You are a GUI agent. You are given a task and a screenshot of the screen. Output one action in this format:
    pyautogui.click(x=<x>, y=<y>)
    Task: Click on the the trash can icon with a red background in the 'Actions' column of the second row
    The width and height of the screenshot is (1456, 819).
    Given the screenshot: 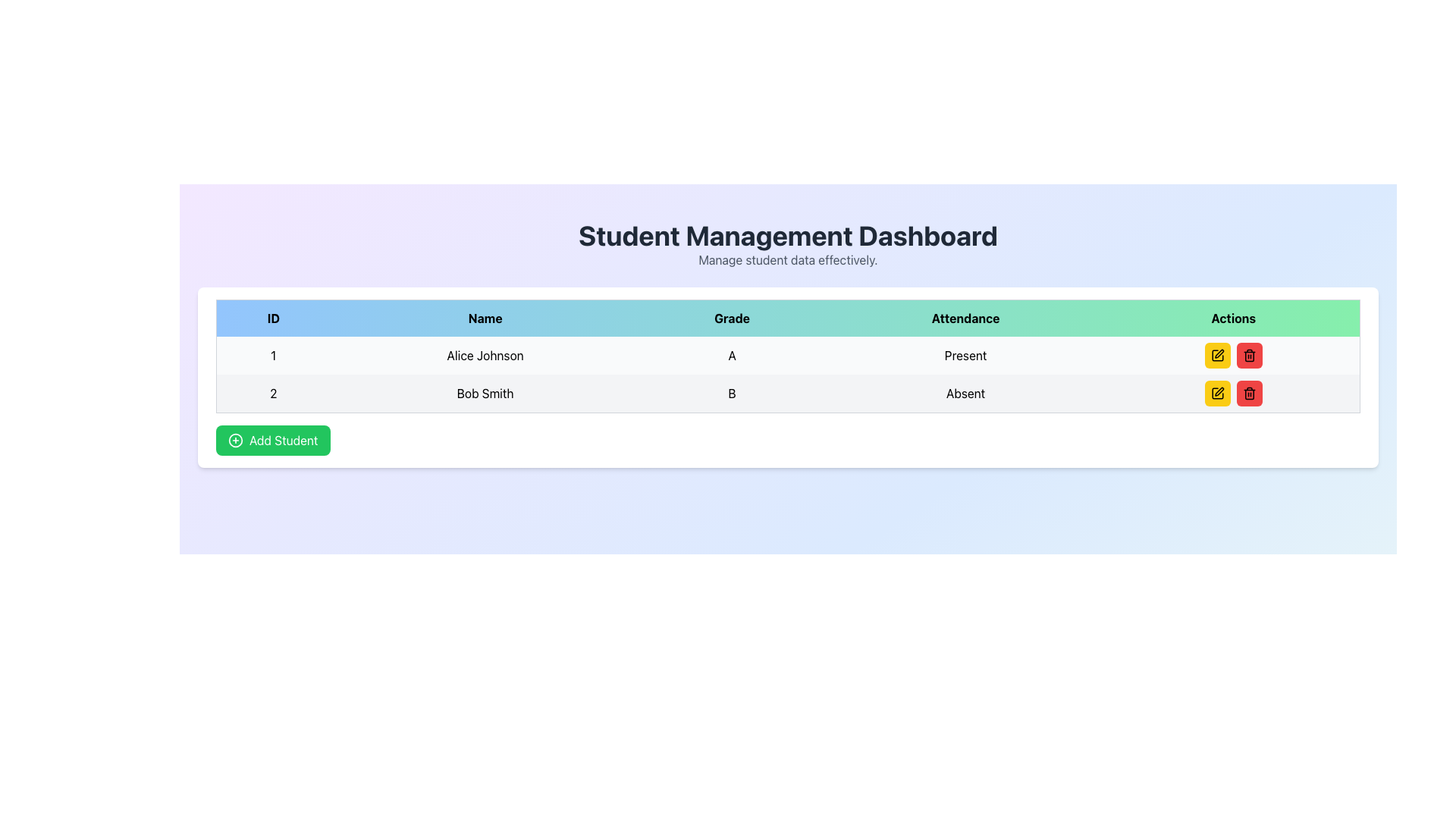 What is the action you would take?
    pyautogui.click(x=1249, y=356)
    